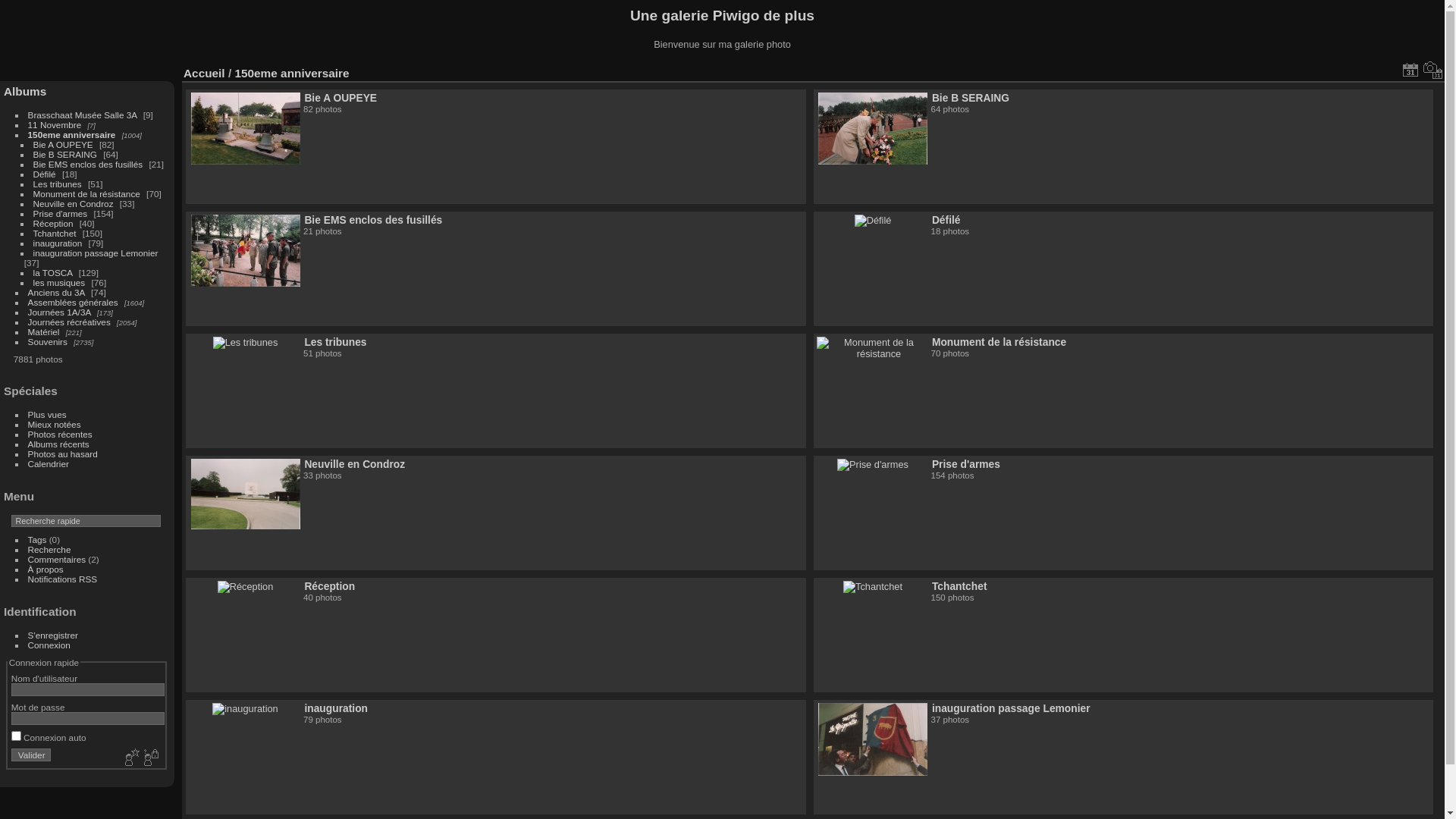  What do you see at coordinates (971, 97) in the screenshot?
I see `'Bie B SERAING'` at bounding box center [971, 97].